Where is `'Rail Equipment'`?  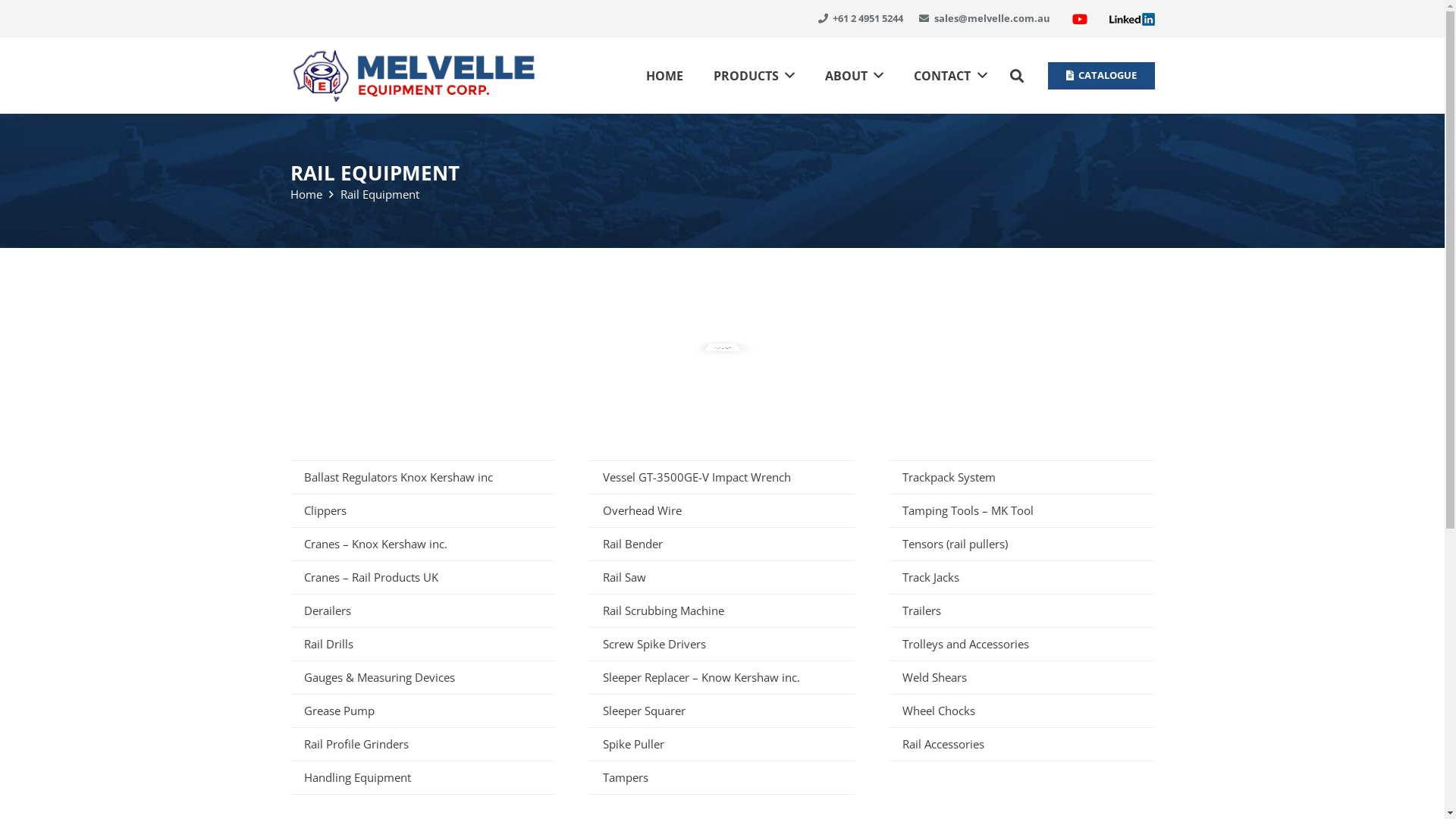 'Rail Equipment' is located at coordinates (378, 193).